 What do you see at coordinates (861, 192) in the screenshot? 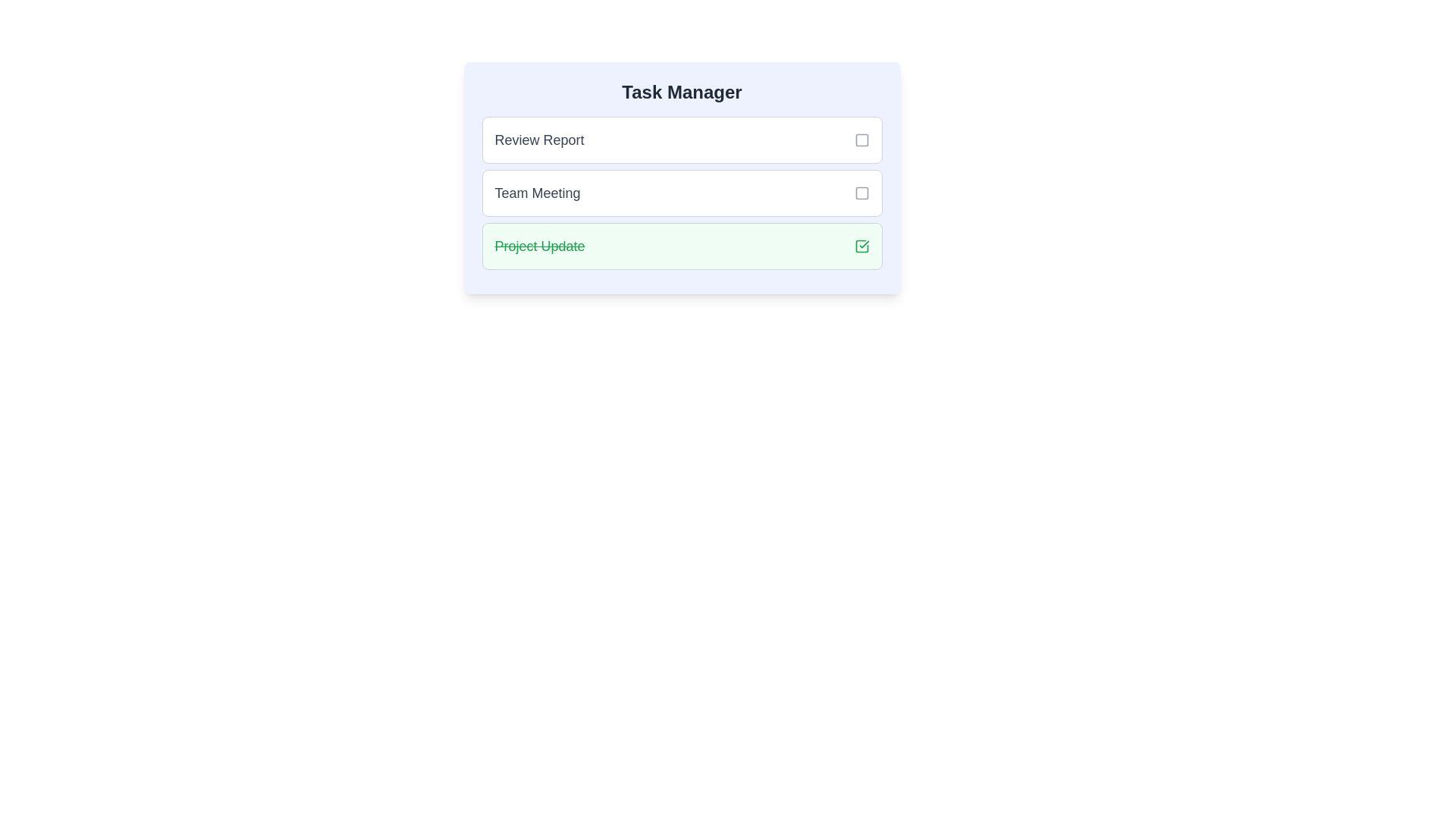
I see `the square-shaped icon with a thin border and light gray color located to the right of the 'Team Meeting' text label` at bounding box center [861, 192].